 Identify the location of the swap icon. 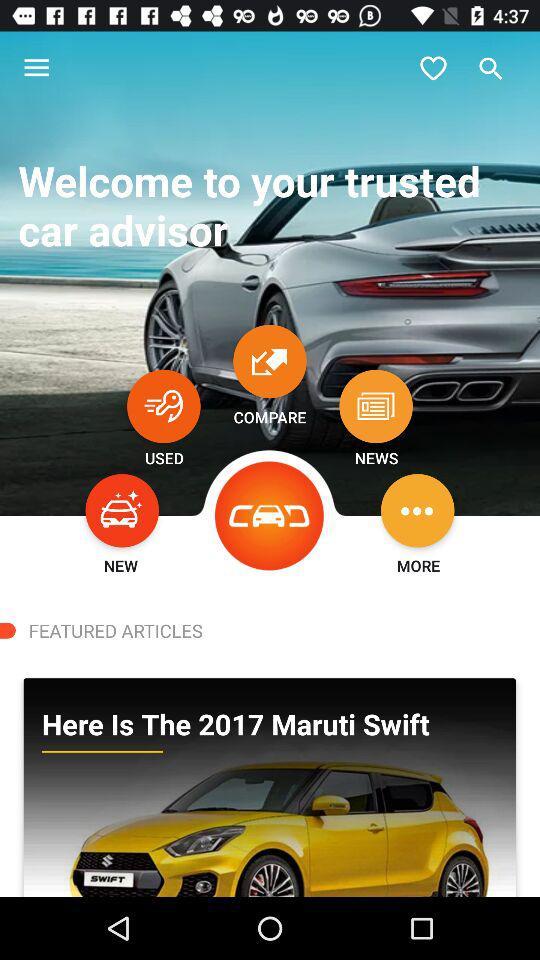
(270, 360).